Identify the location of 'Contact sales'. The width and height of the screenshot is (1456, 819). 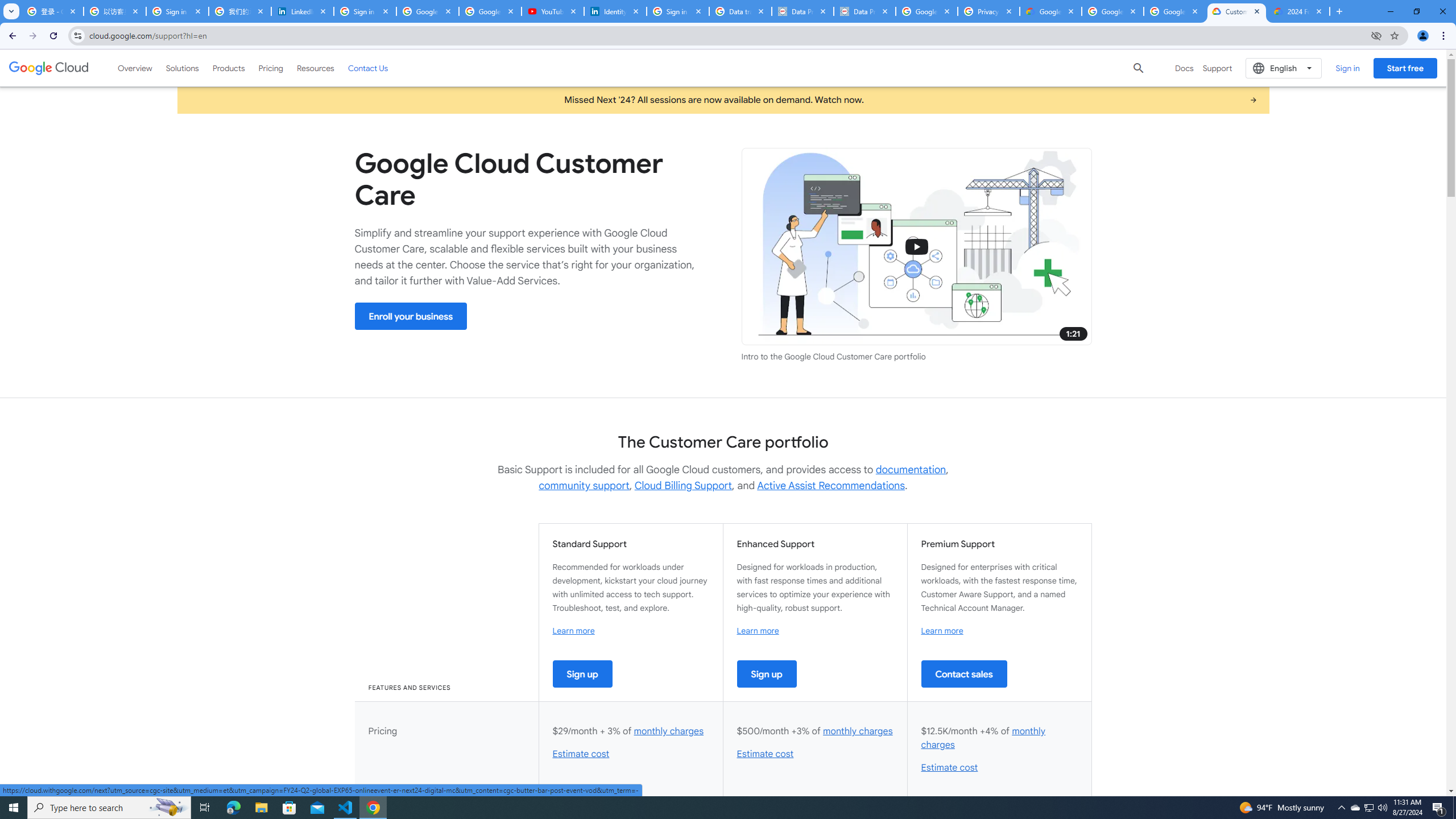
(963, 673).